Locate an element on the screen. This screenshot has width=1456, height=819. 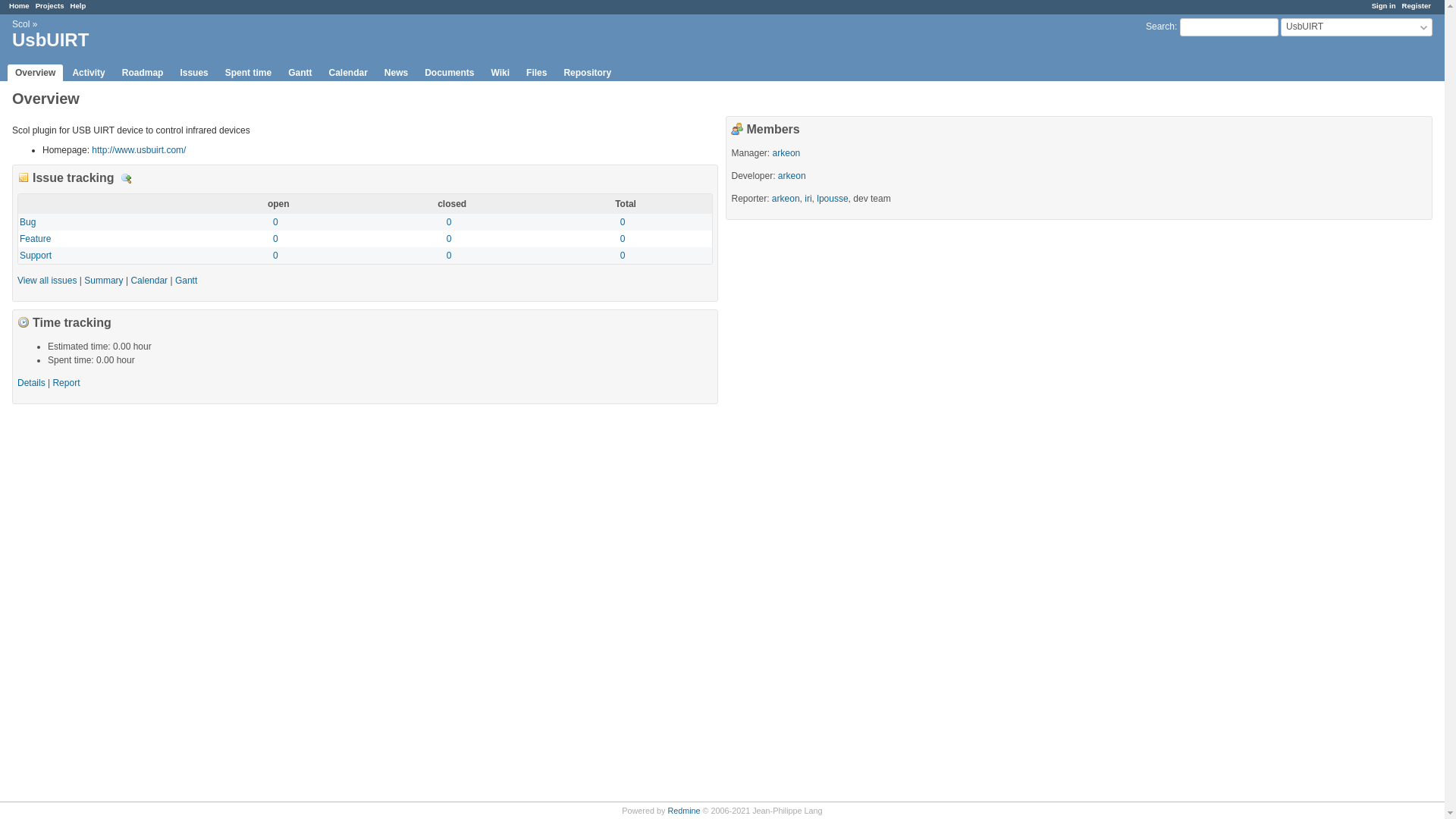
'Help' is located at coordinates (77, 5).